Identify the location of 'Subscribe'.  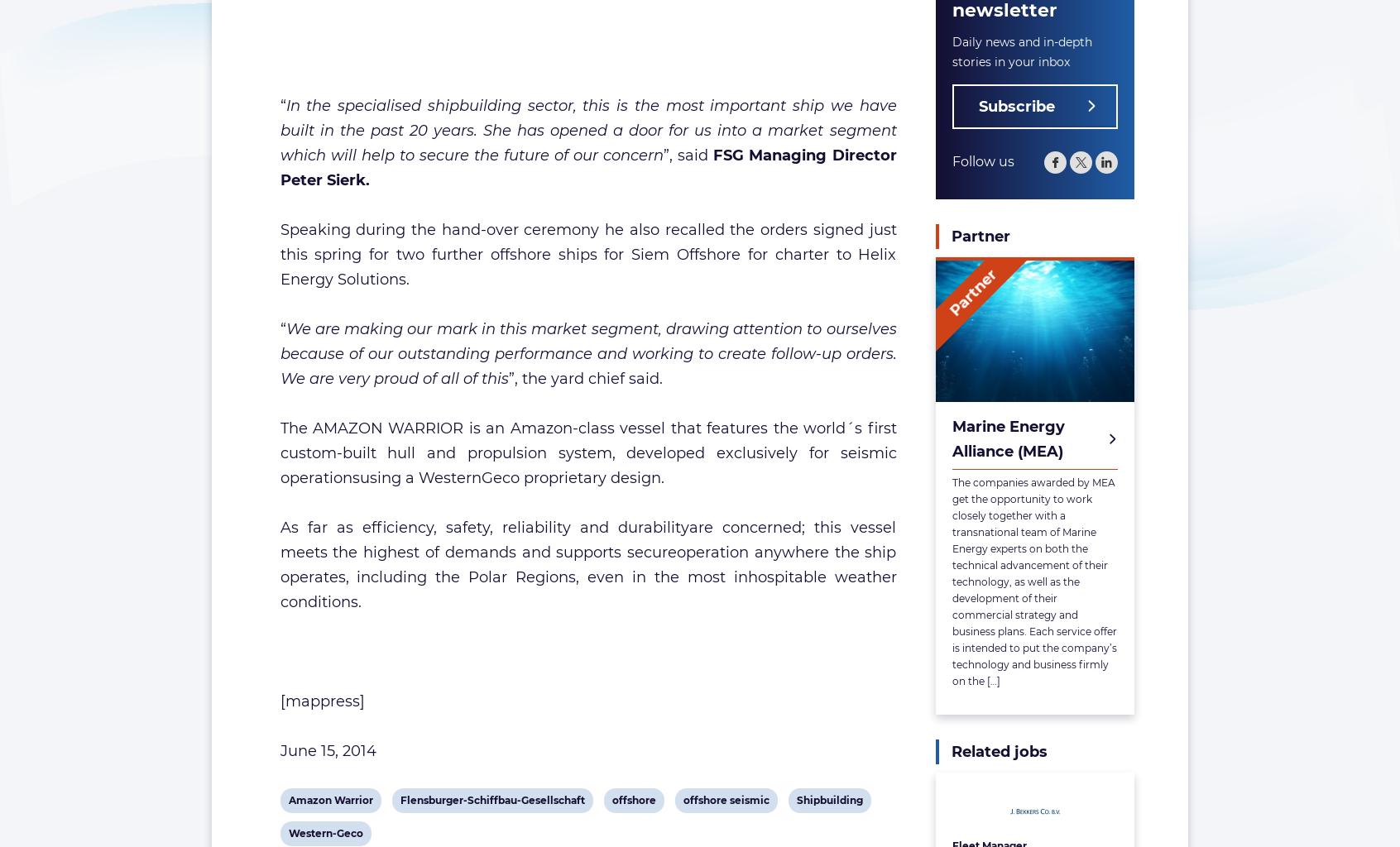
(1017, 106).